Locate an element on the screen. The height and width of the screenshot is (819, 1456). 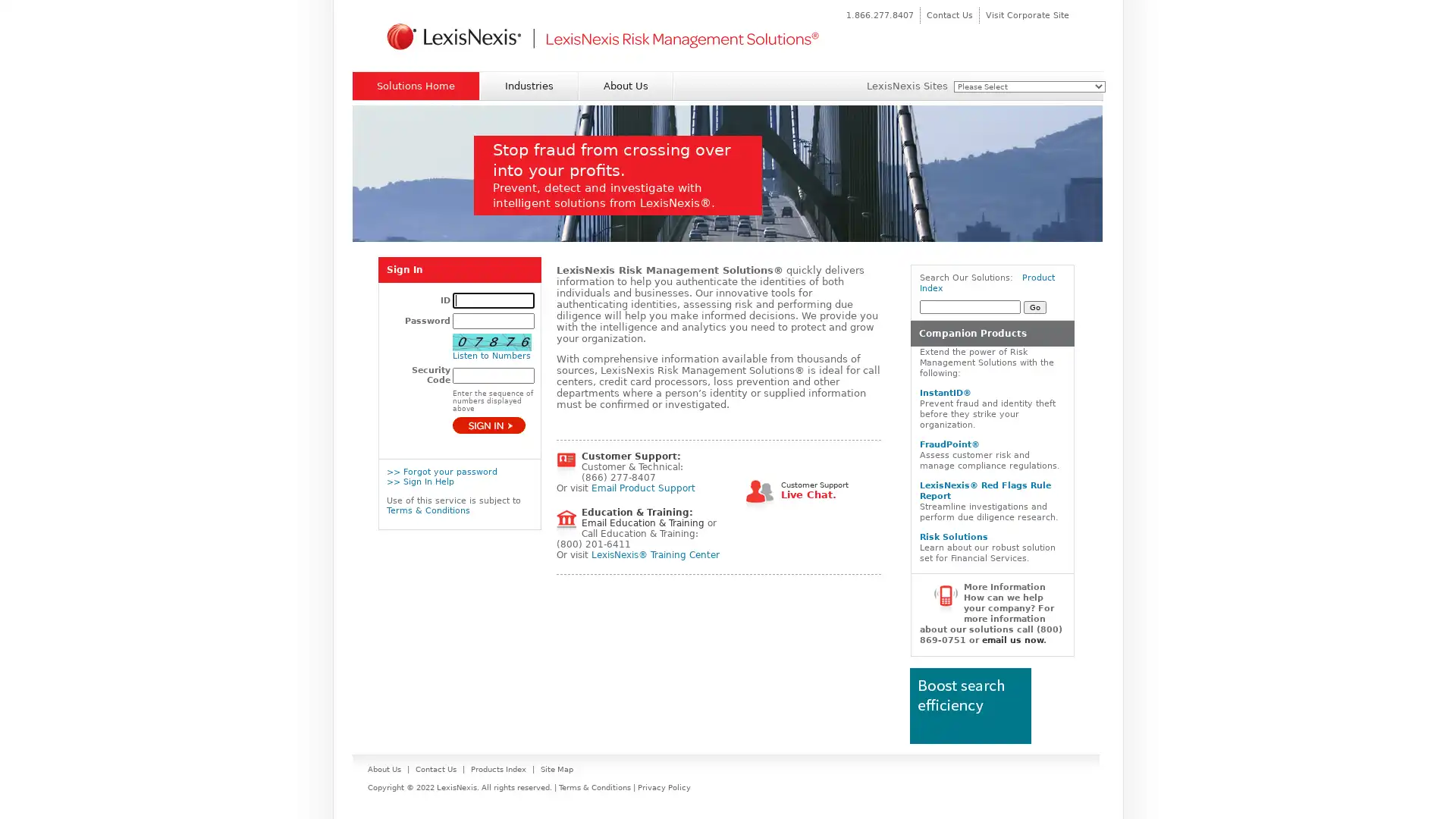
Go is located at coordinates (1034, 306).